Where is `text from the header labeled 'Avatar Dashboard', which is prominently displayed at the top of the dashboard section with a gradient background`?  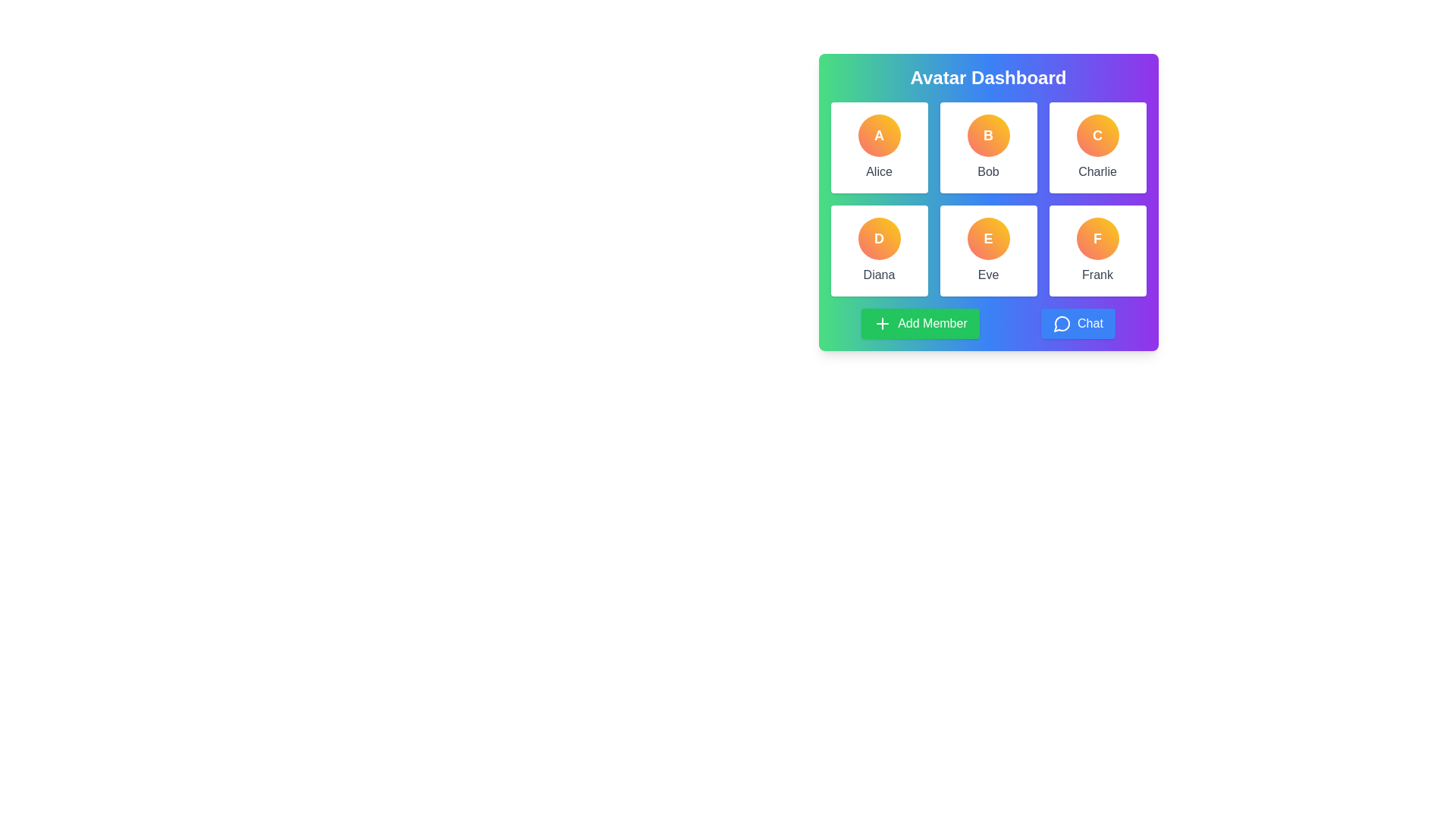 text from the header labeled 'Avatar Dashboard', which is prominently displayed at the top of the dashboard section with a gradient background is located at coordinates (988, 78).